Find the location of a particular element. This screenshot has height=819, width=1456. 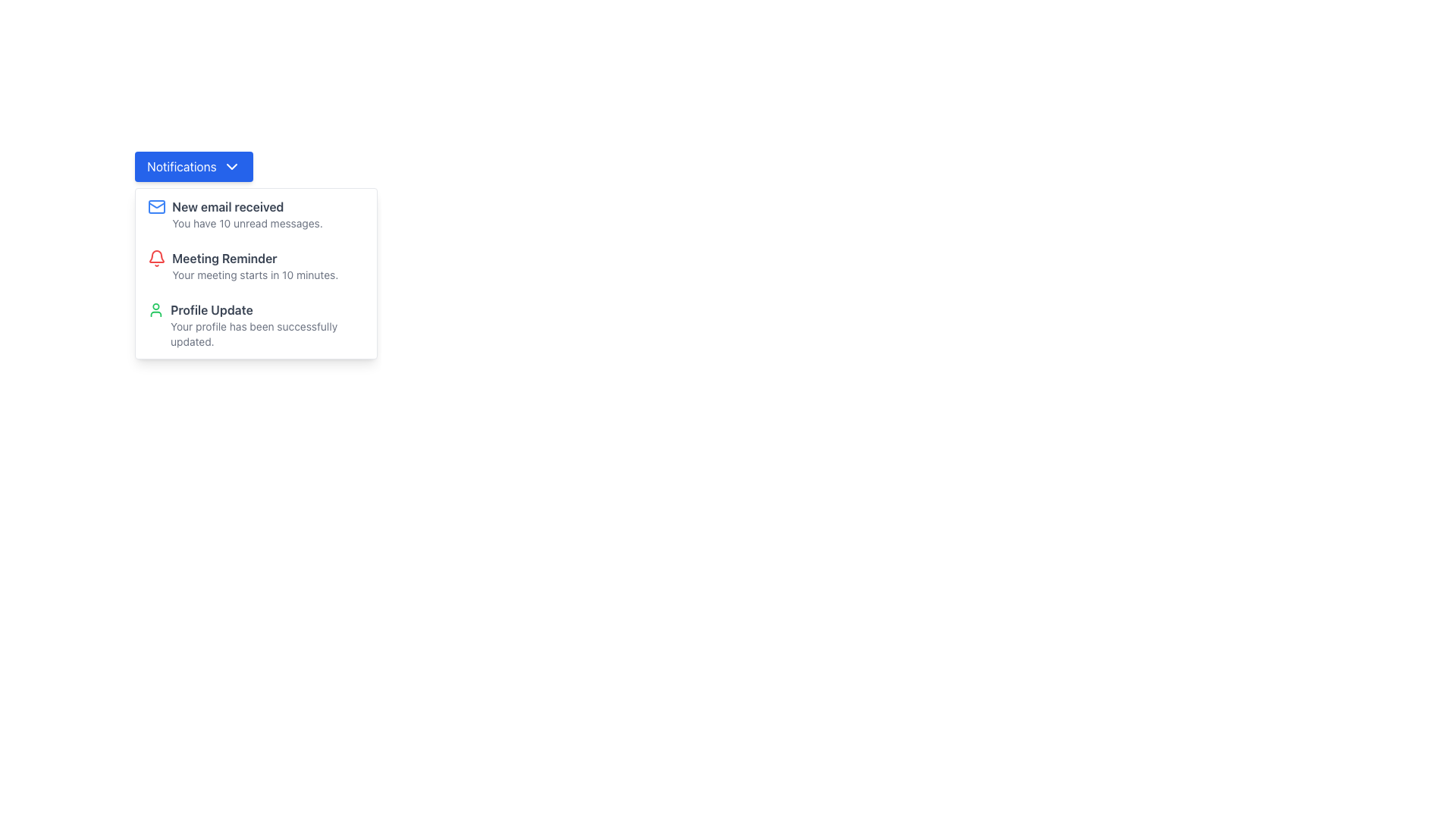

confirmation message displayed as feedback for a successful profile update, located in the notification dropdown panel below the text 'Profile Update' is located at coordinates (268, 333).